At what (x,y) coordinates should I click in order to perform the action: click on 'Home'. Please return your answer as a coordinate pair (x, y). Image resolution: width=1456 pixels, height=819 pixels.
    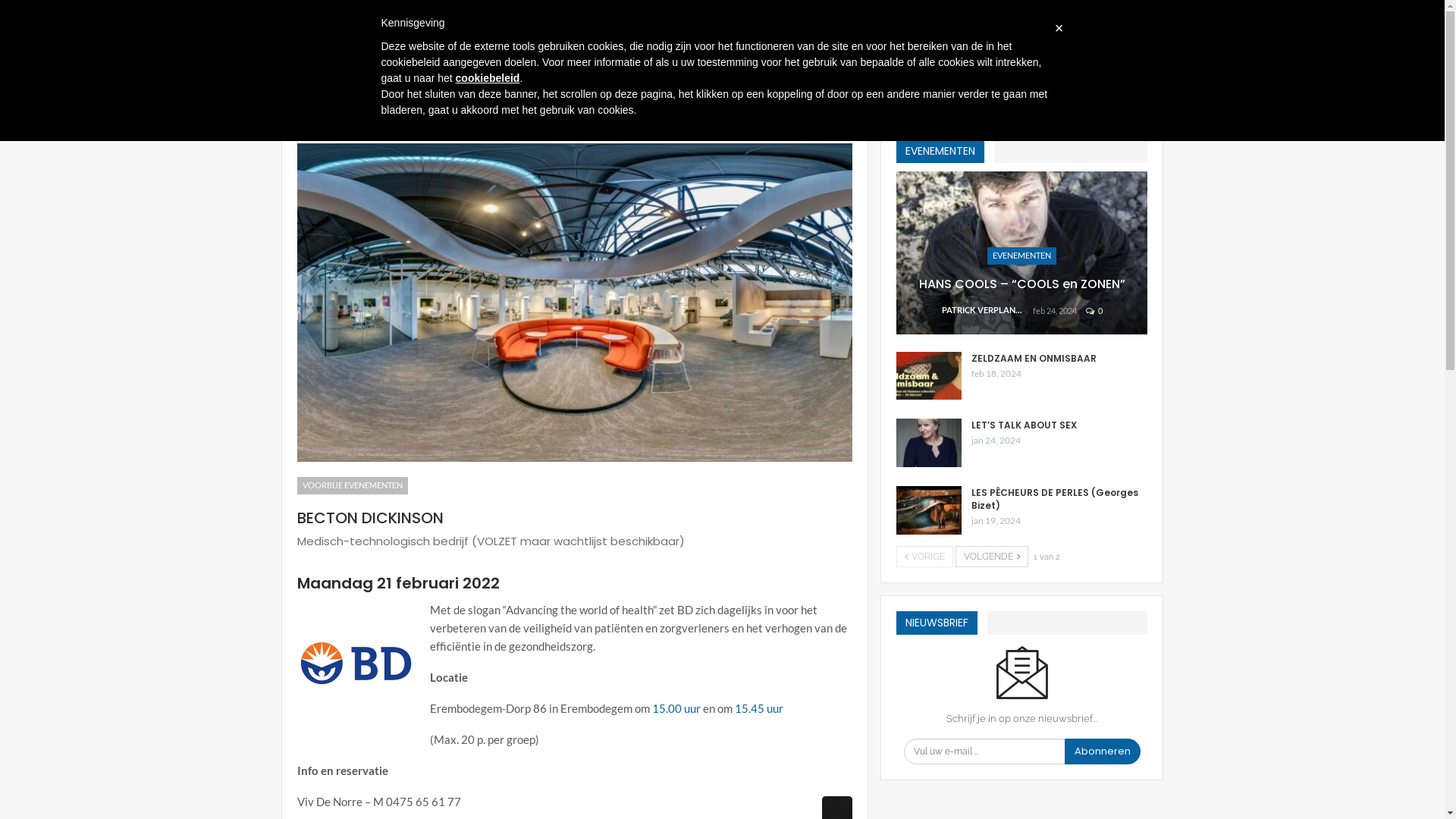
    Looking at the image, I should click on (293, 108).